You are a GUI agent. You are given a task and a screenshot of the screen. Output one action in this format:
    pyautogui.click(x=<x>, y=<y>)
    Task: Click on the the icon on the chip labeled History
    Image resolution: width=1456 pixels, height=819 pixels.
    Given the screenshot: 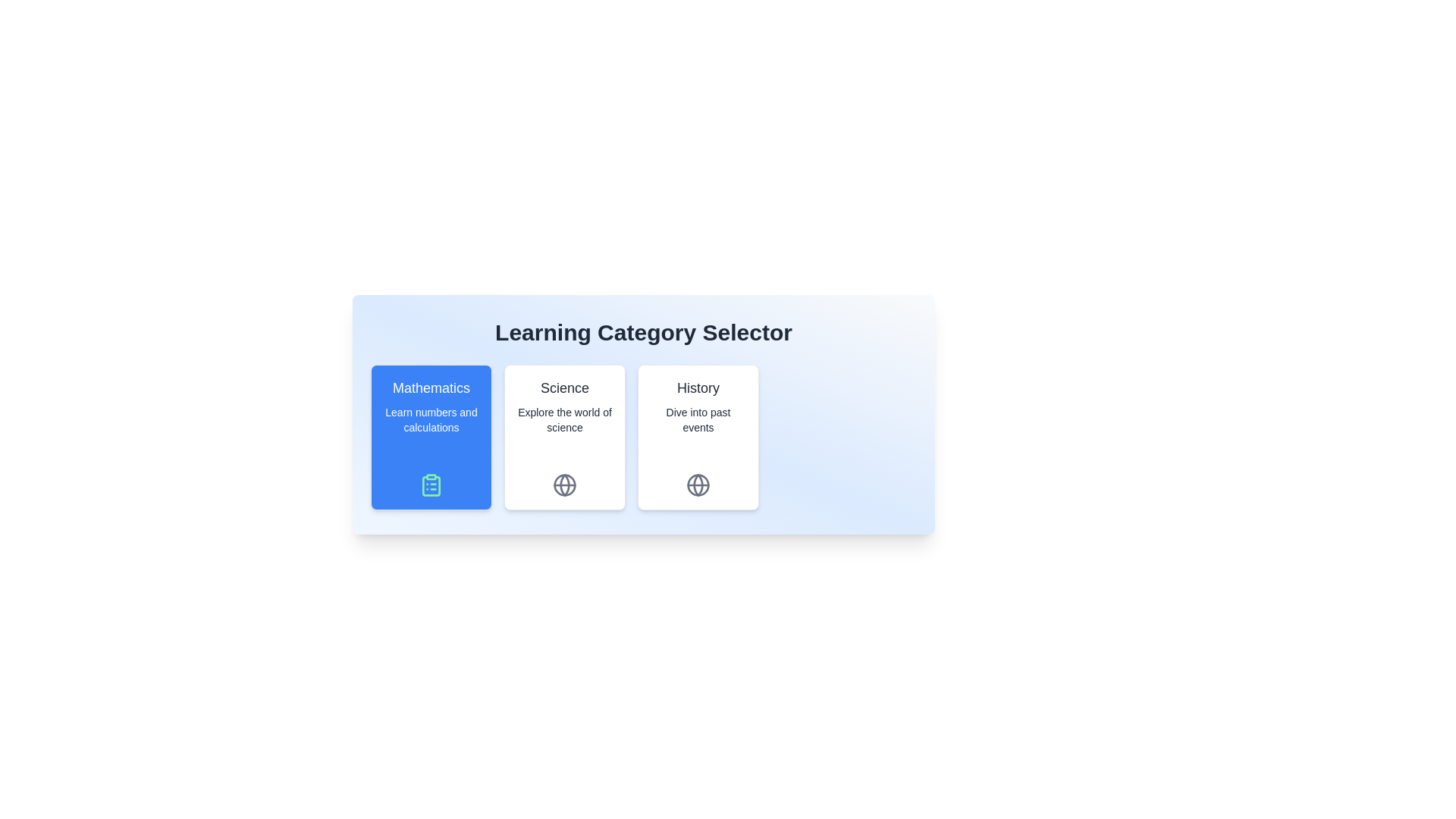 What is the action you would take?
    pyautogui.click(x=698, y=485)
    